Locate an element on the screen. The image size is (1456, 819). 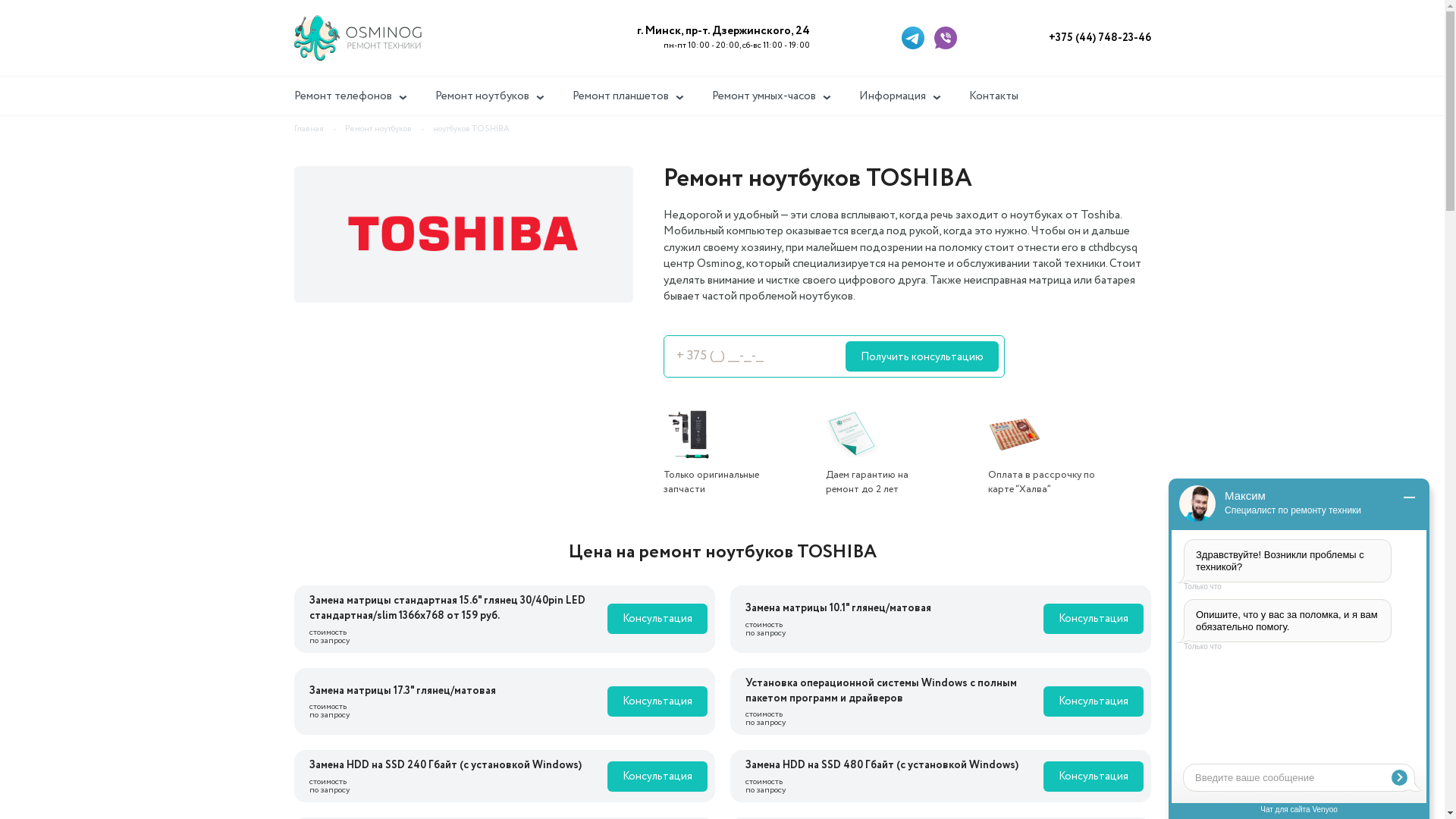
'+375 (44) 748-23-46' is located at coordinates (1099, 37).